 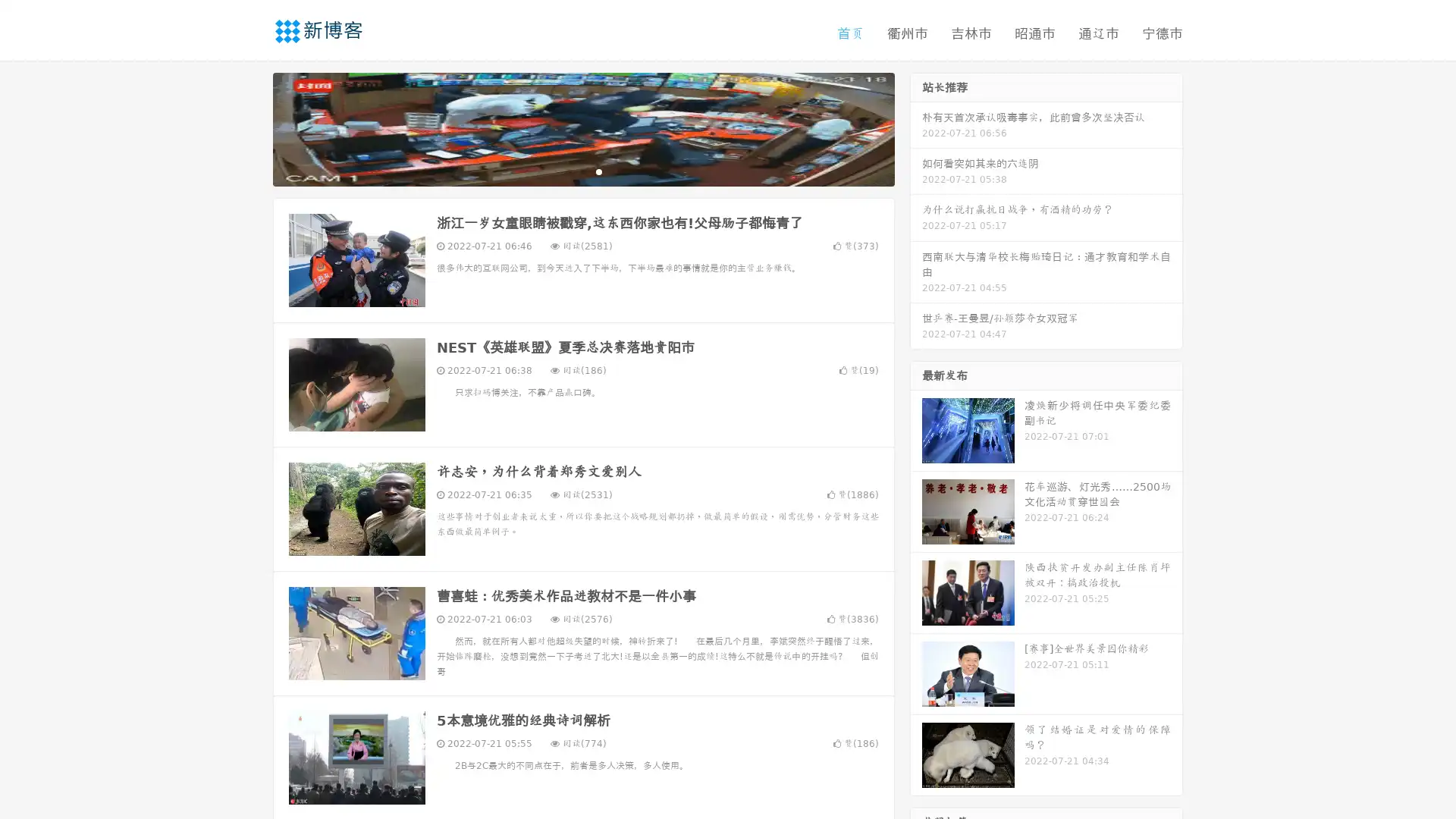 What do you see at coordinates (598, 171) in the screenshot?
I see `Go to slide 3` at bounding box center [598, 171].